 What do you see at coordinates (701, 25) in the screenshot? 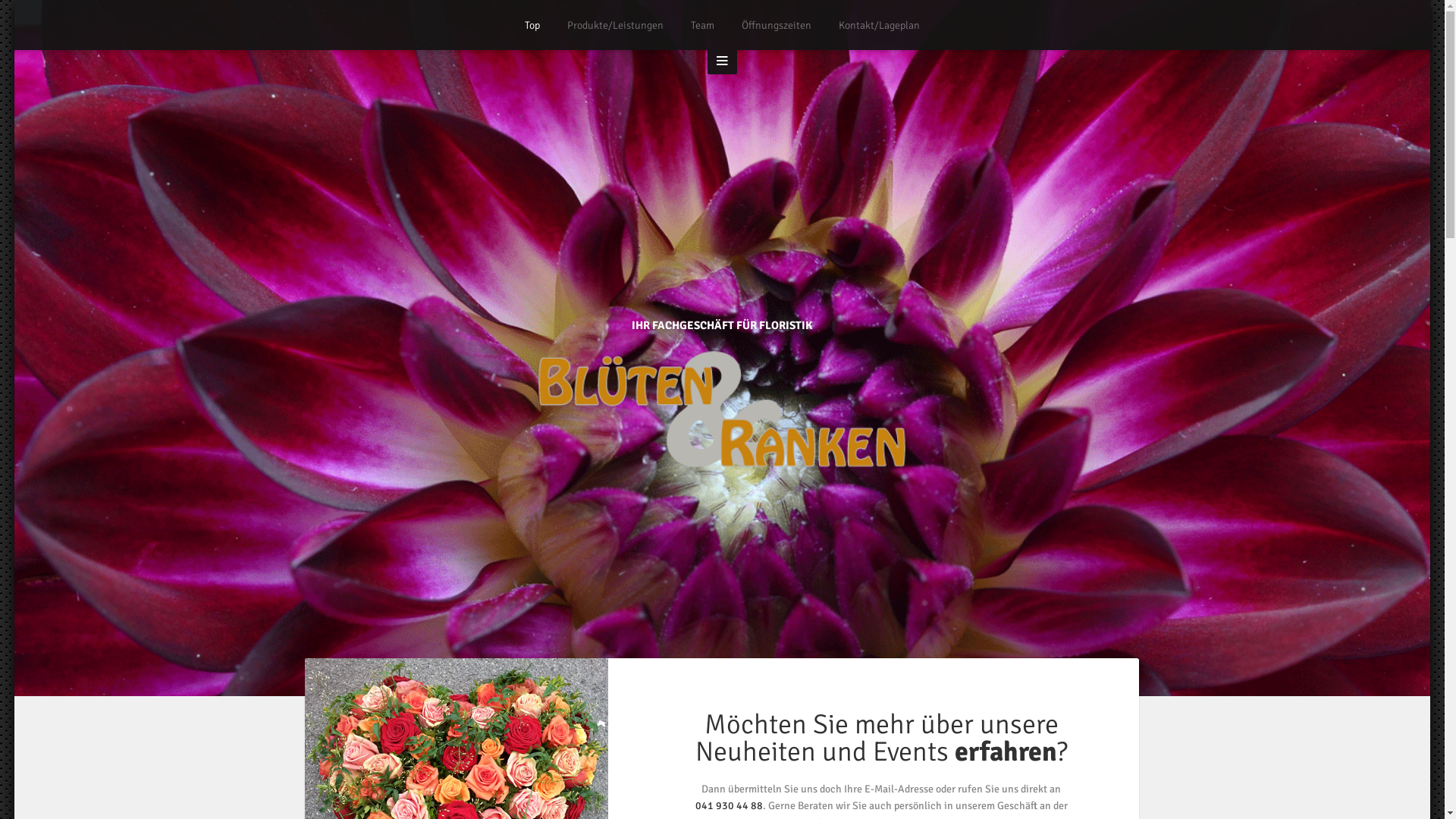
I see `'Team'` at bounding box center [701, 25].